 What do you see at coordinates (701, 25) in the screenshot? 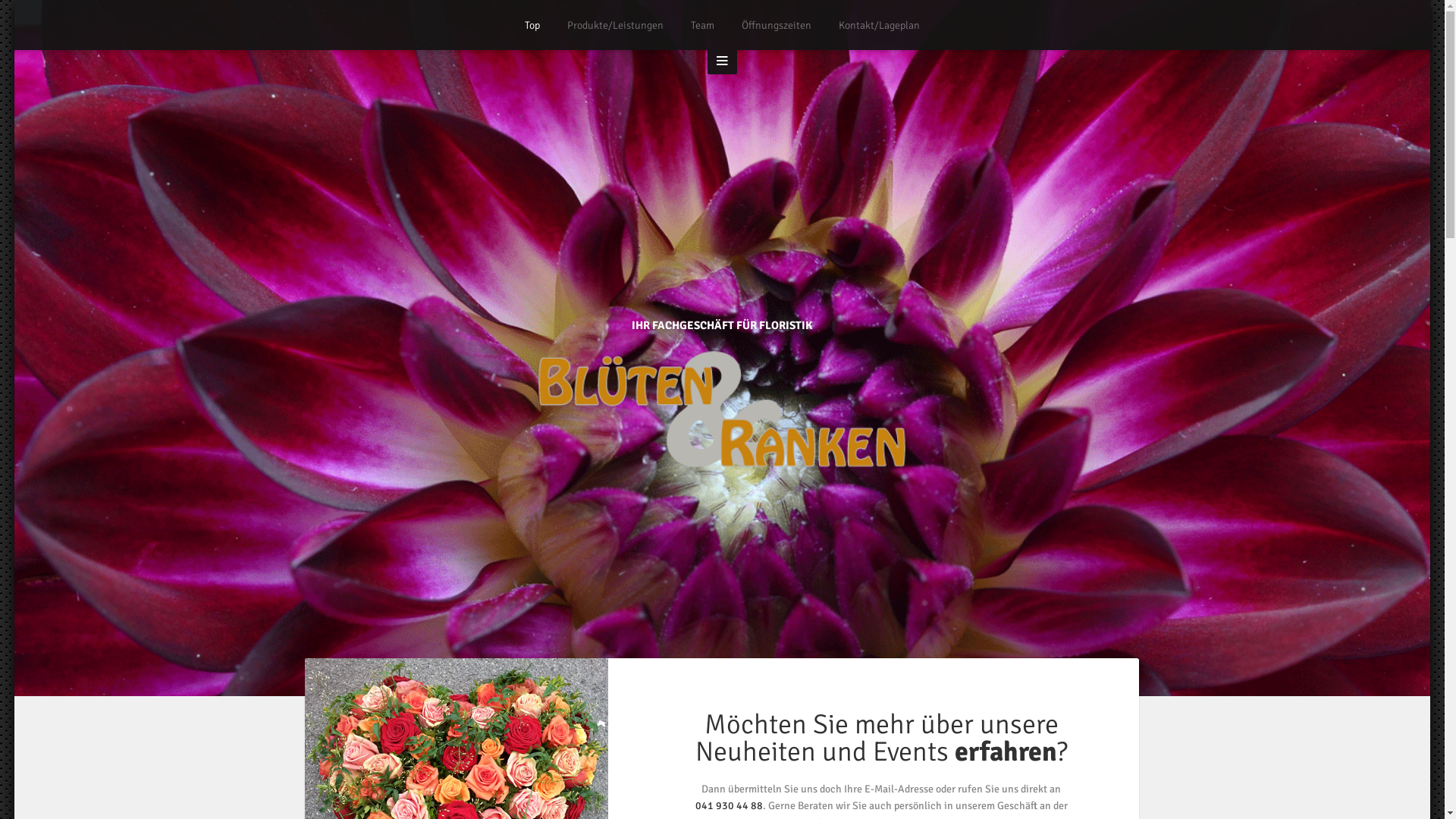
I see `'Team'` at bounding box center [701, 25].